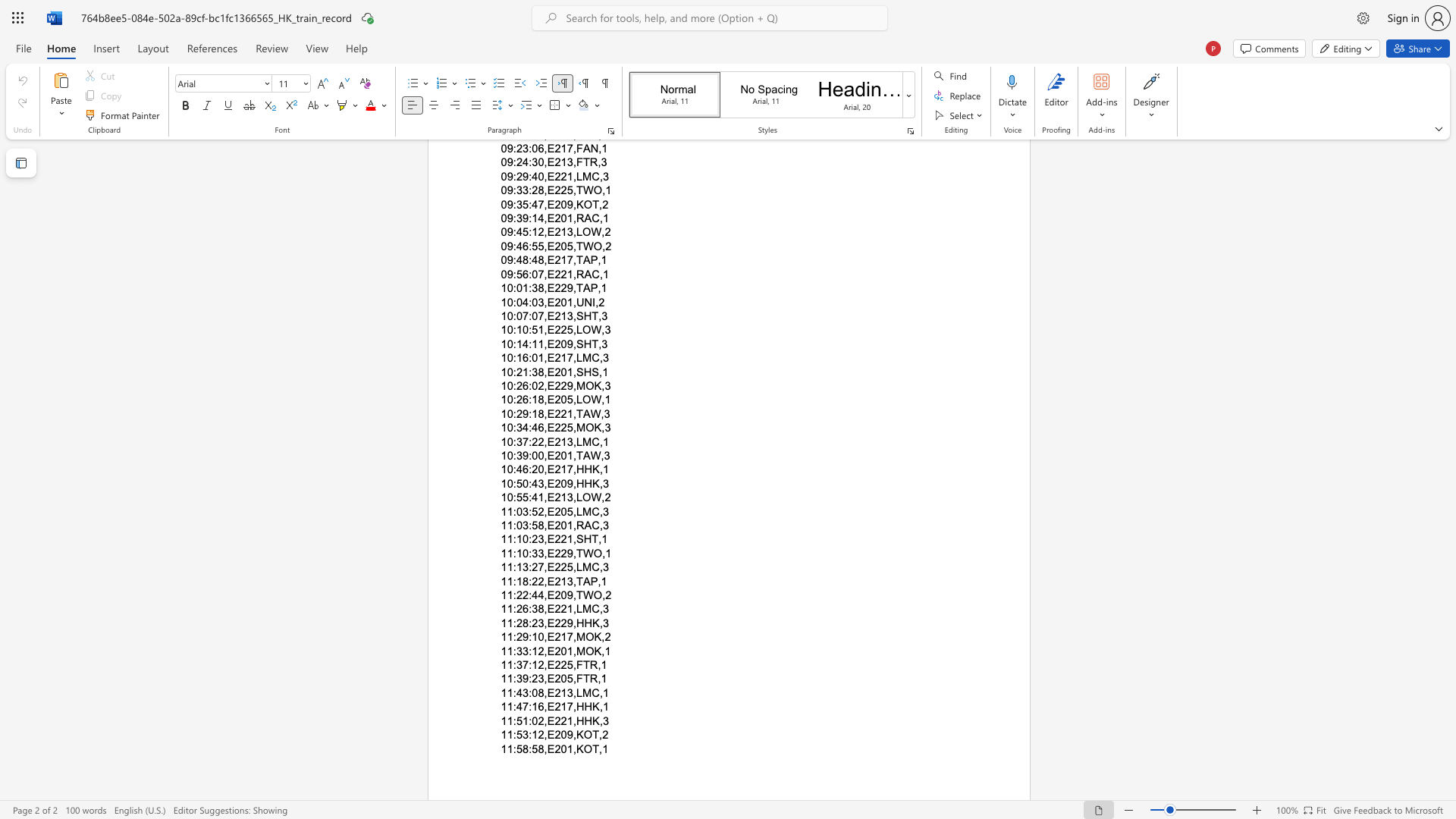  Describe the element at coordinates (529, 734) in the screenshot. I see `the subset text ":12,E209,KOT,2" within the text "11:53:12,E209,KOT,2"` at that location.